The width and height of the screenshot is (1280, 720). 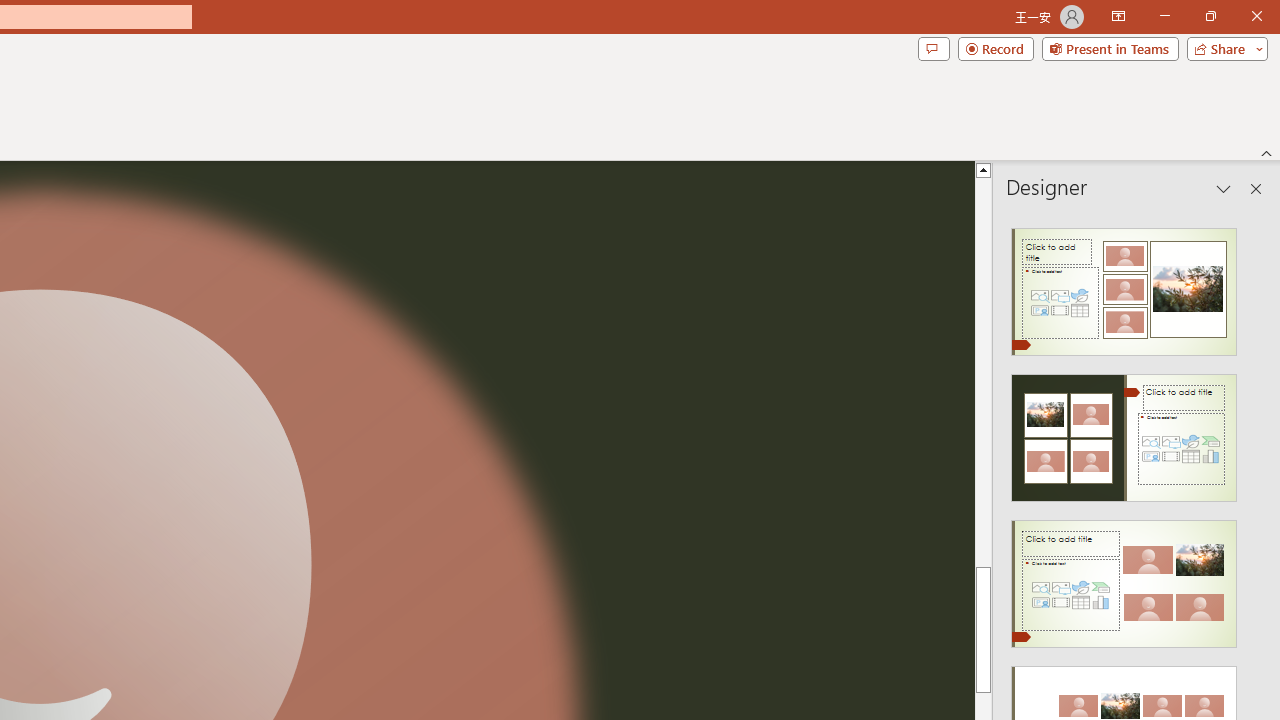 What do you see at coordinates (1164, 16) in the screenshot?
I see `'Minimize'` at bounding box center [1164, 16].